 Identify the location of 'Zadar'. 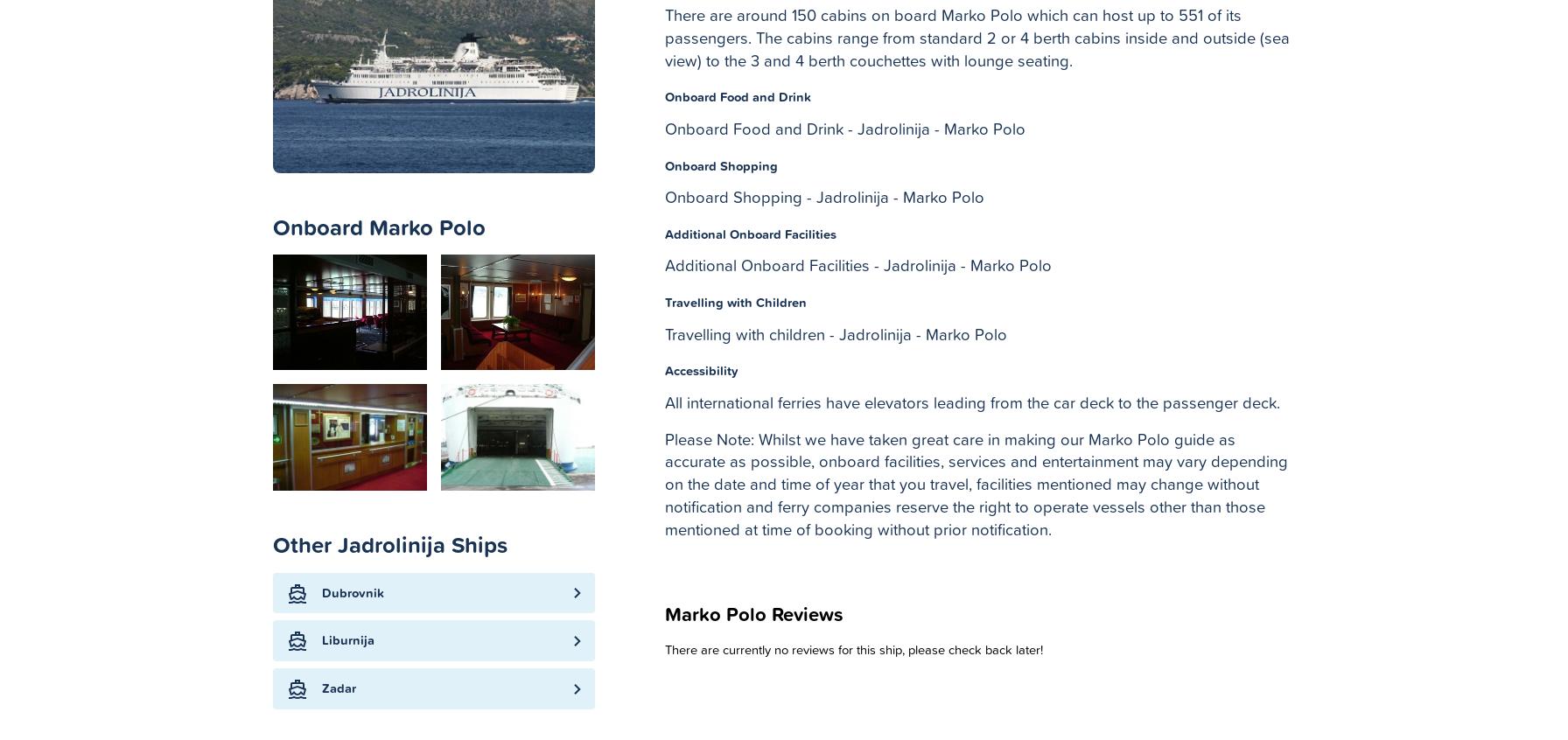
(339, 688).